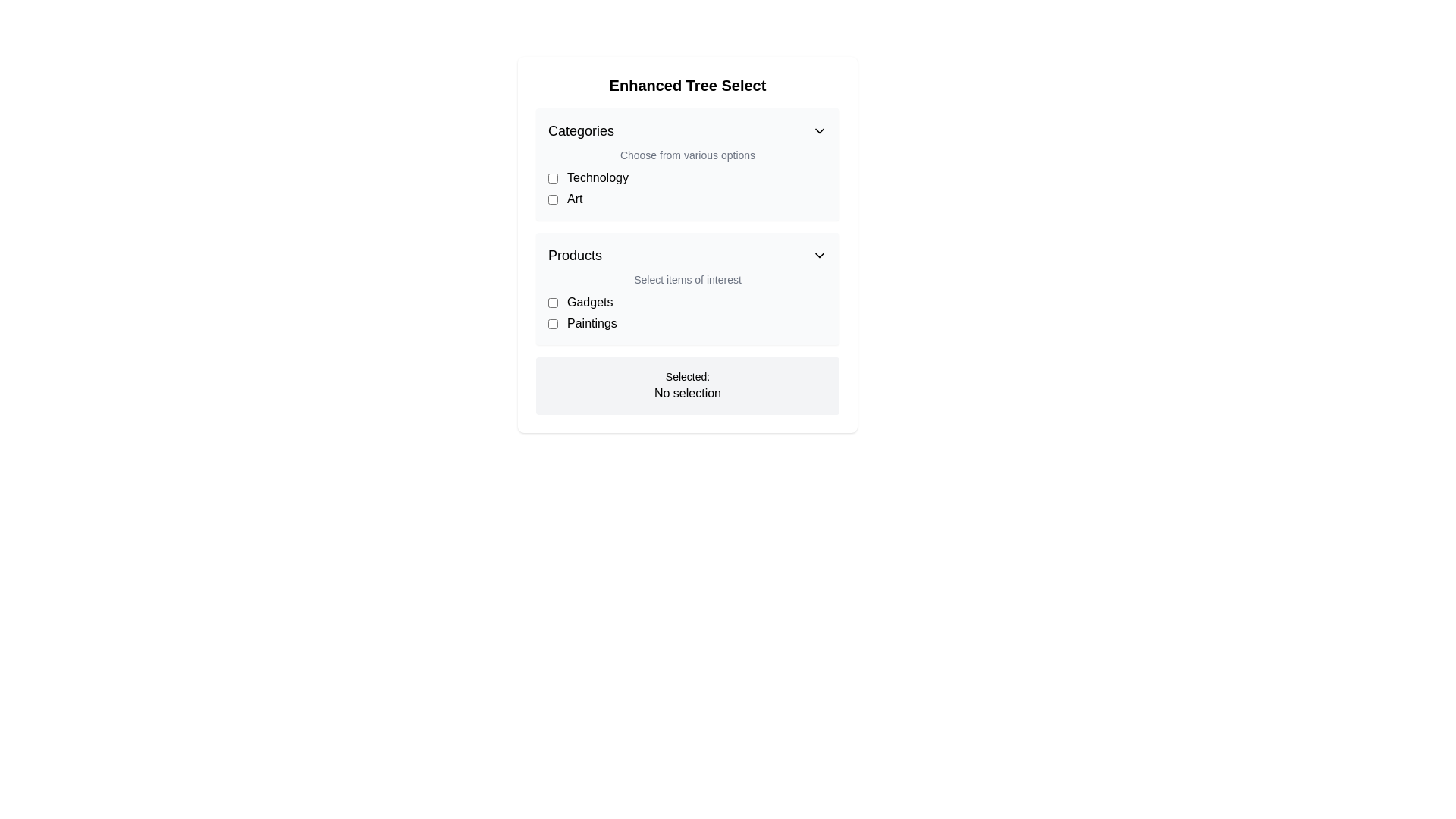  I want to click on the Chevron icon representing a dropdown toggle located to the right of the 'Categories' text, so click(818, 130).